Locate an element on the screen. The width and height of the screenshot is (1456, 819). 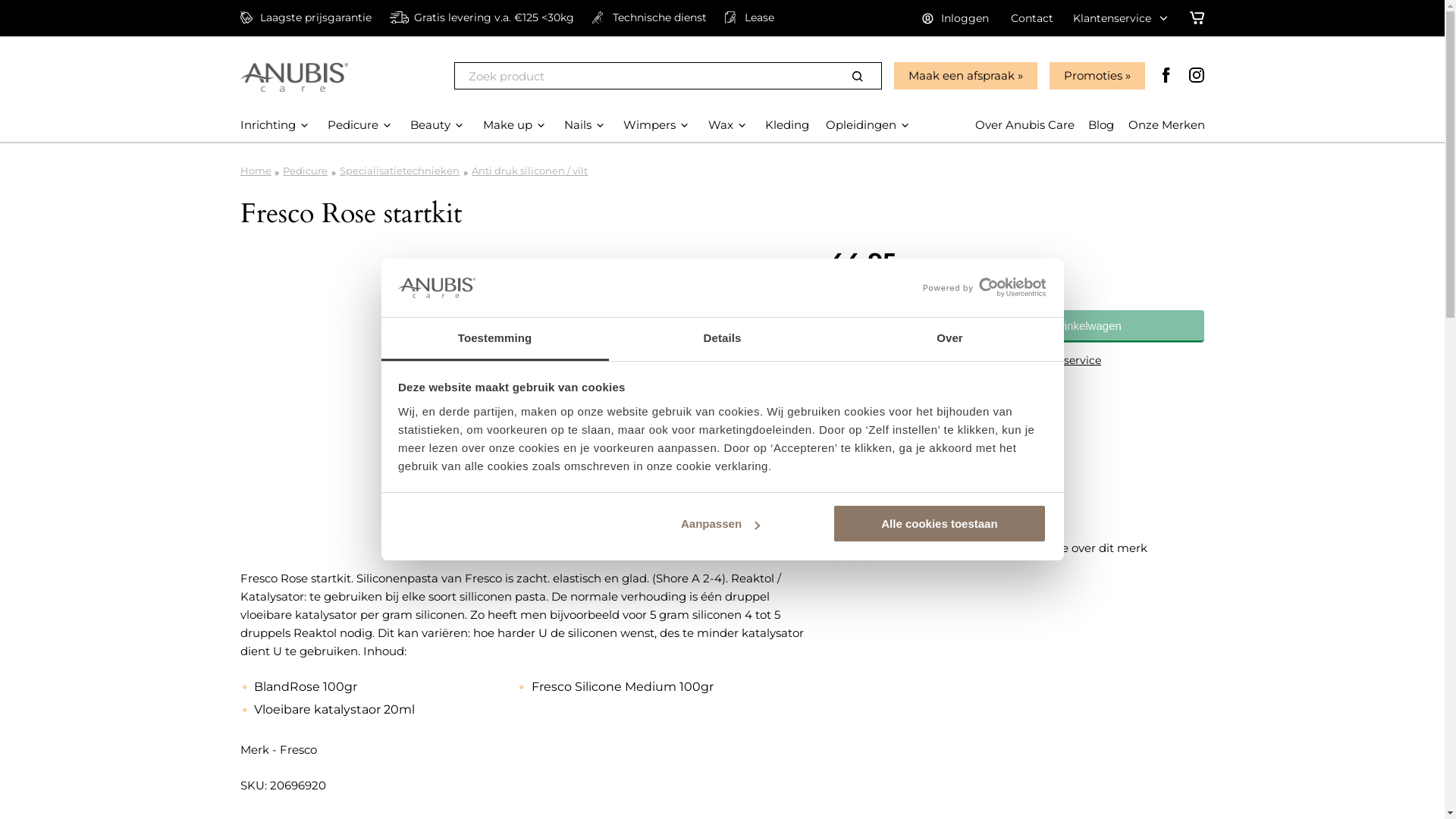
'Nails' is located at coordinates (563, 124).